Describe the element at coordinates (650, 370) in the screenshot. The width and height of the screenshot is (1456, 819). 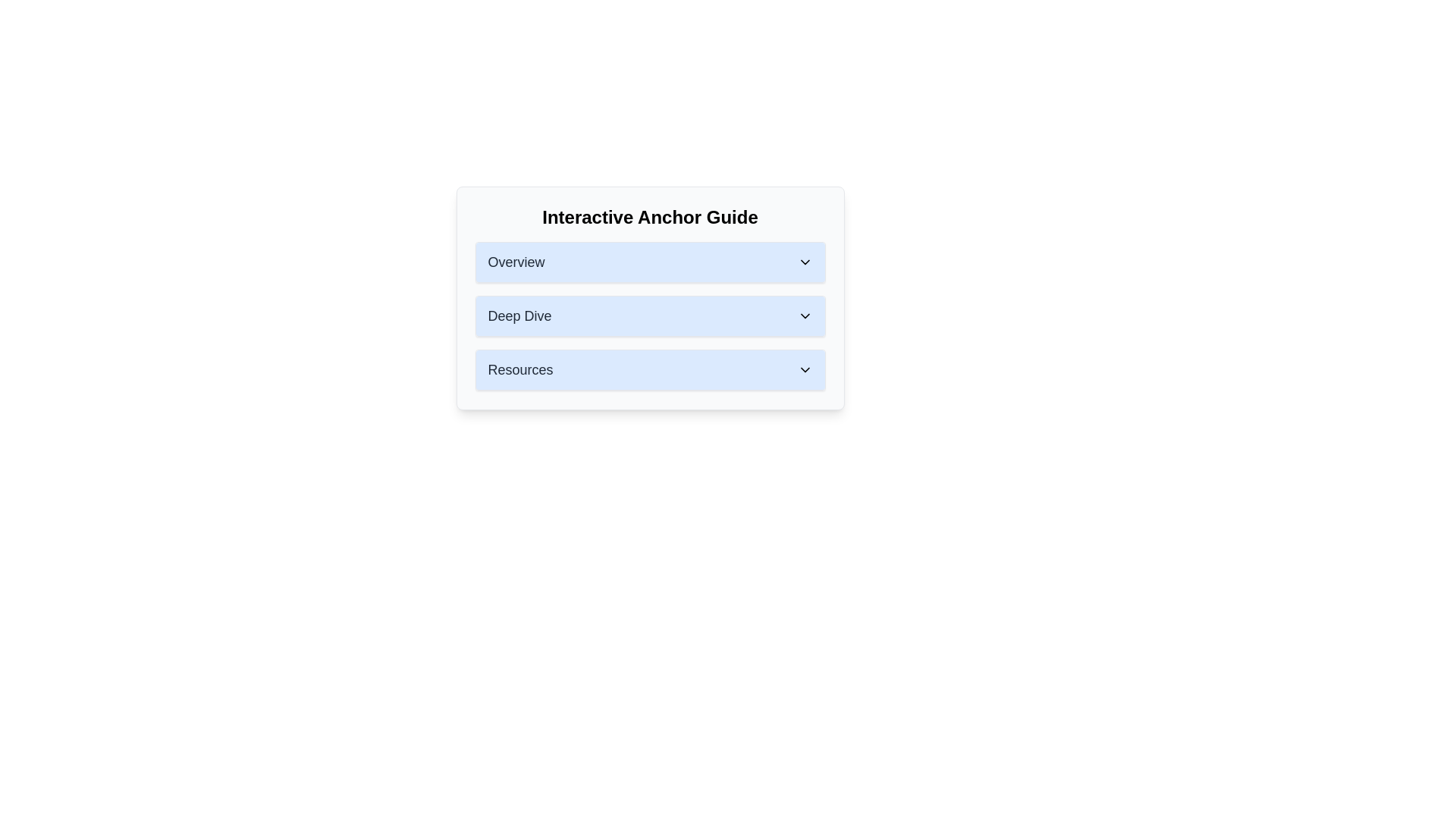
I see `the Dropdown menu button located below the 'Deep Dive' and 'Overview' elements` at that location.